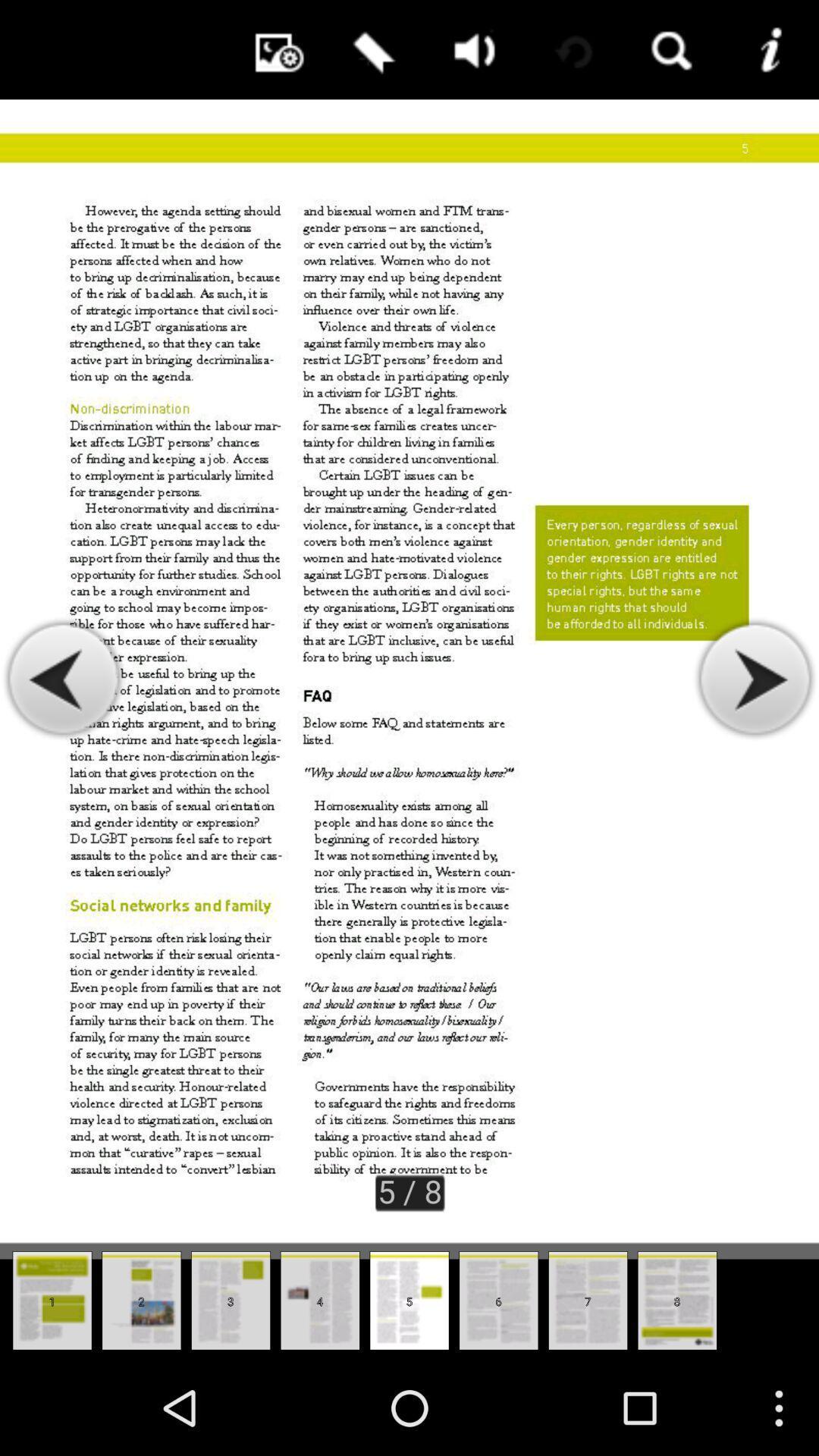  Describe the element at coordinates (754, 726) in the screenshot. I see `the navigation icon` at that location.